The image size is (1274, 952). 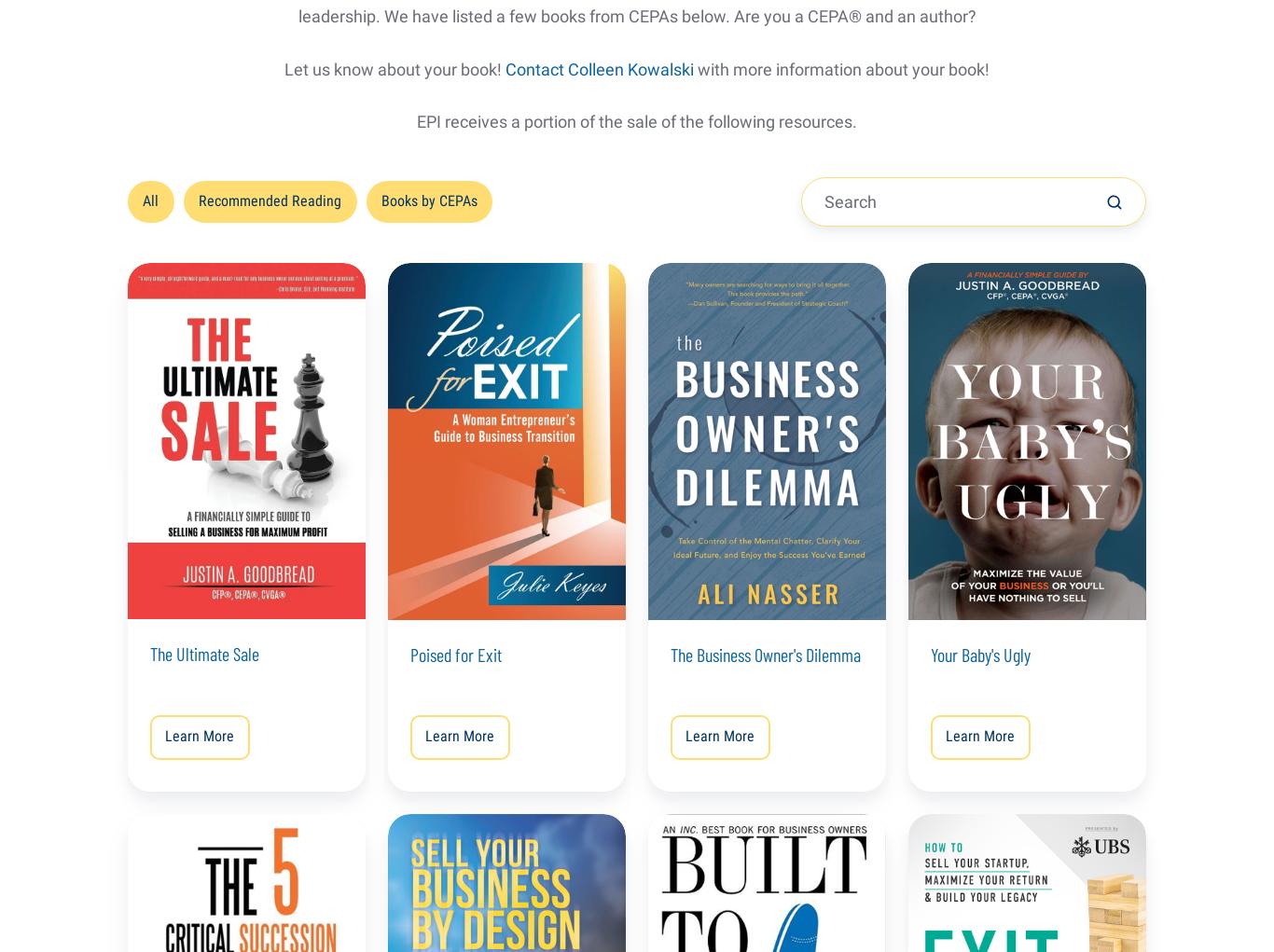 I want to click on 'Your Baby's Ugly', so click(x=930, y=654).